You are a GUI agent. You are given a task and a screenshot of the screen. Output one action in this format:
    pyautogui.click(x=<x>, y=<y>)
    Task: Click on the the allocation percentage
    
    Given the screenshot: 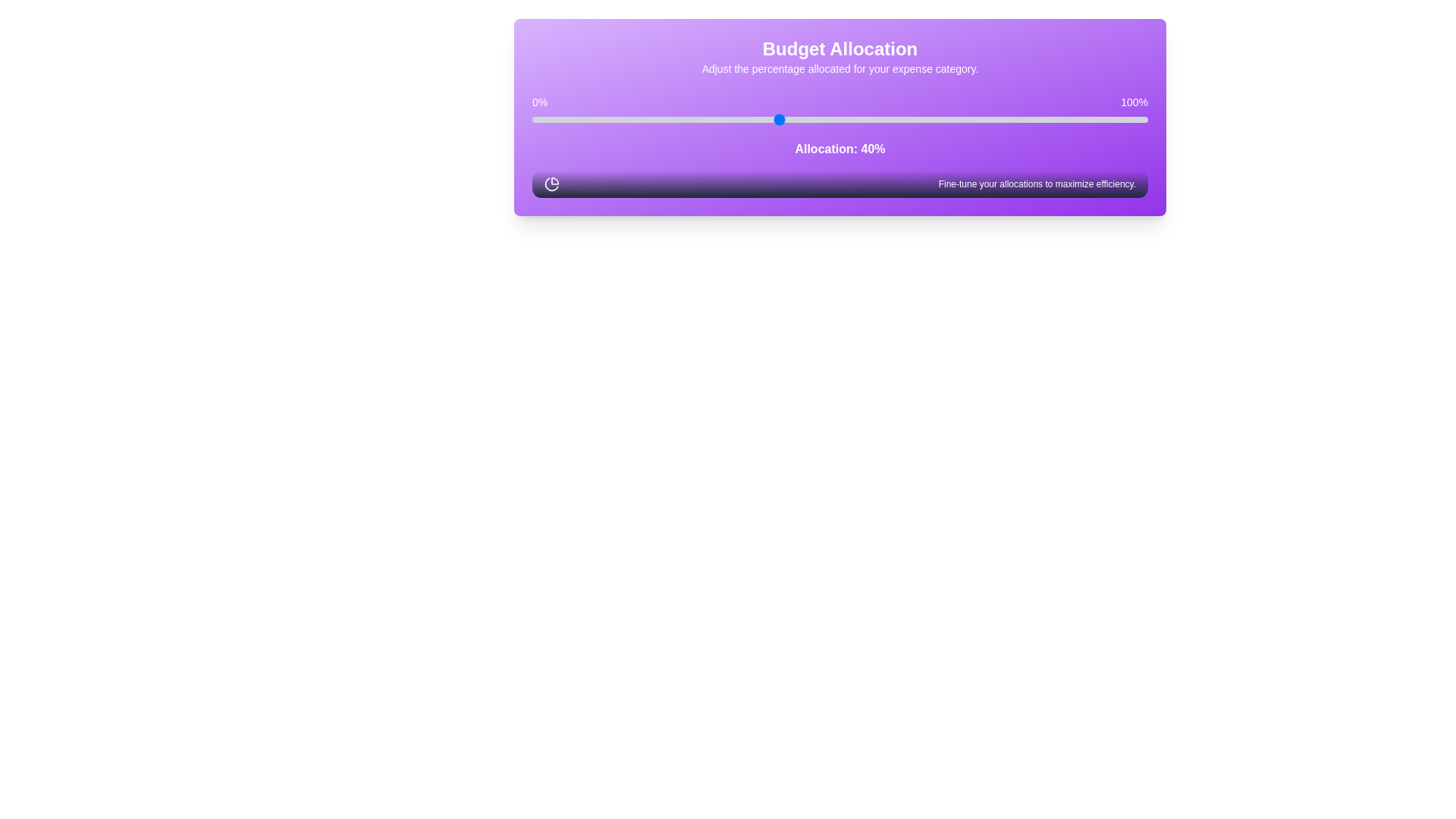 What is the action you would take?
    pyautogui.click(x=778, y=119)
    